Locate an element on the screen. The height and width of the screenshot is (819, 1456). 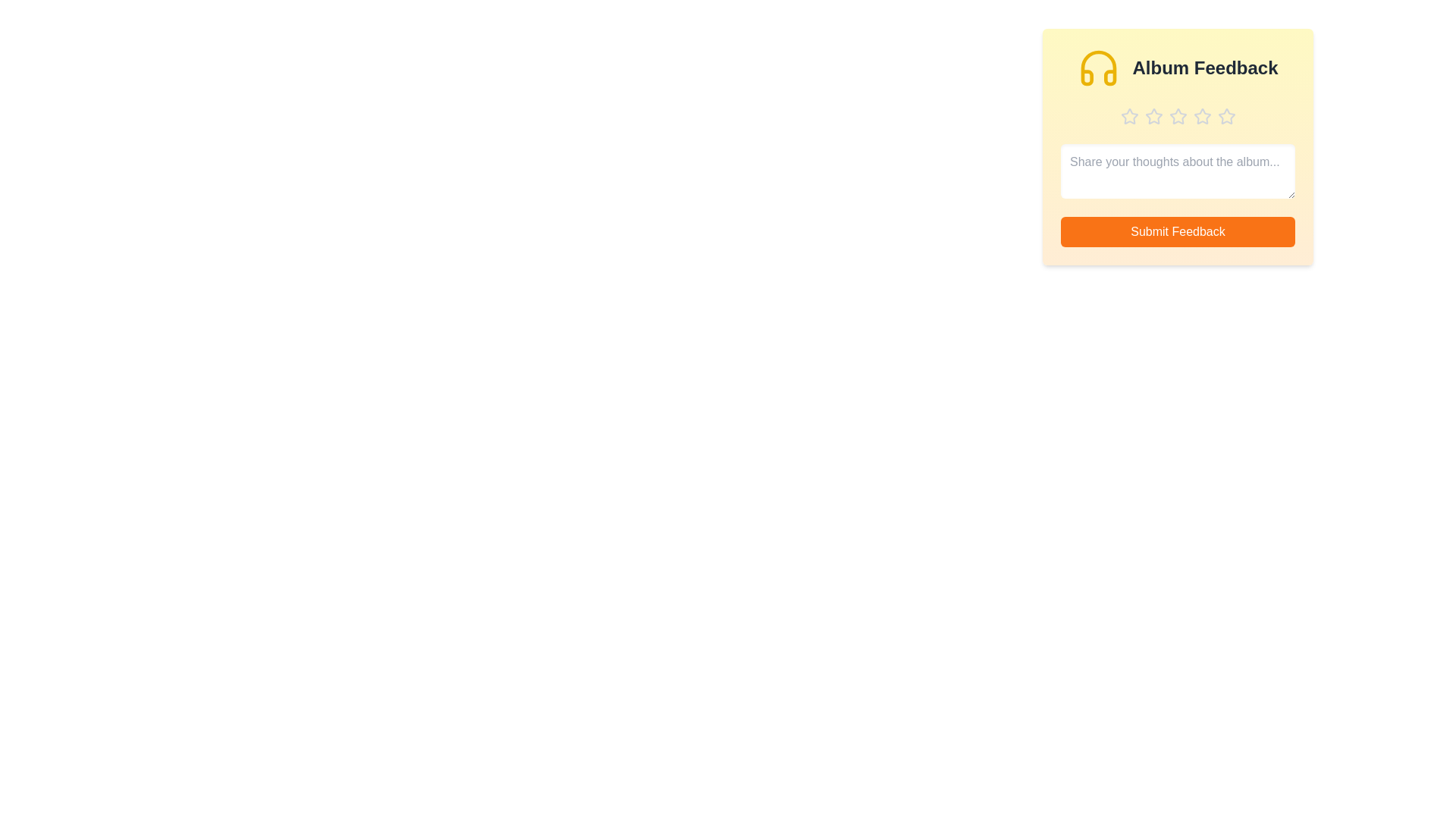
the star corresponding to 4 stars to preview the rating is located at coordinates (1201, 116).